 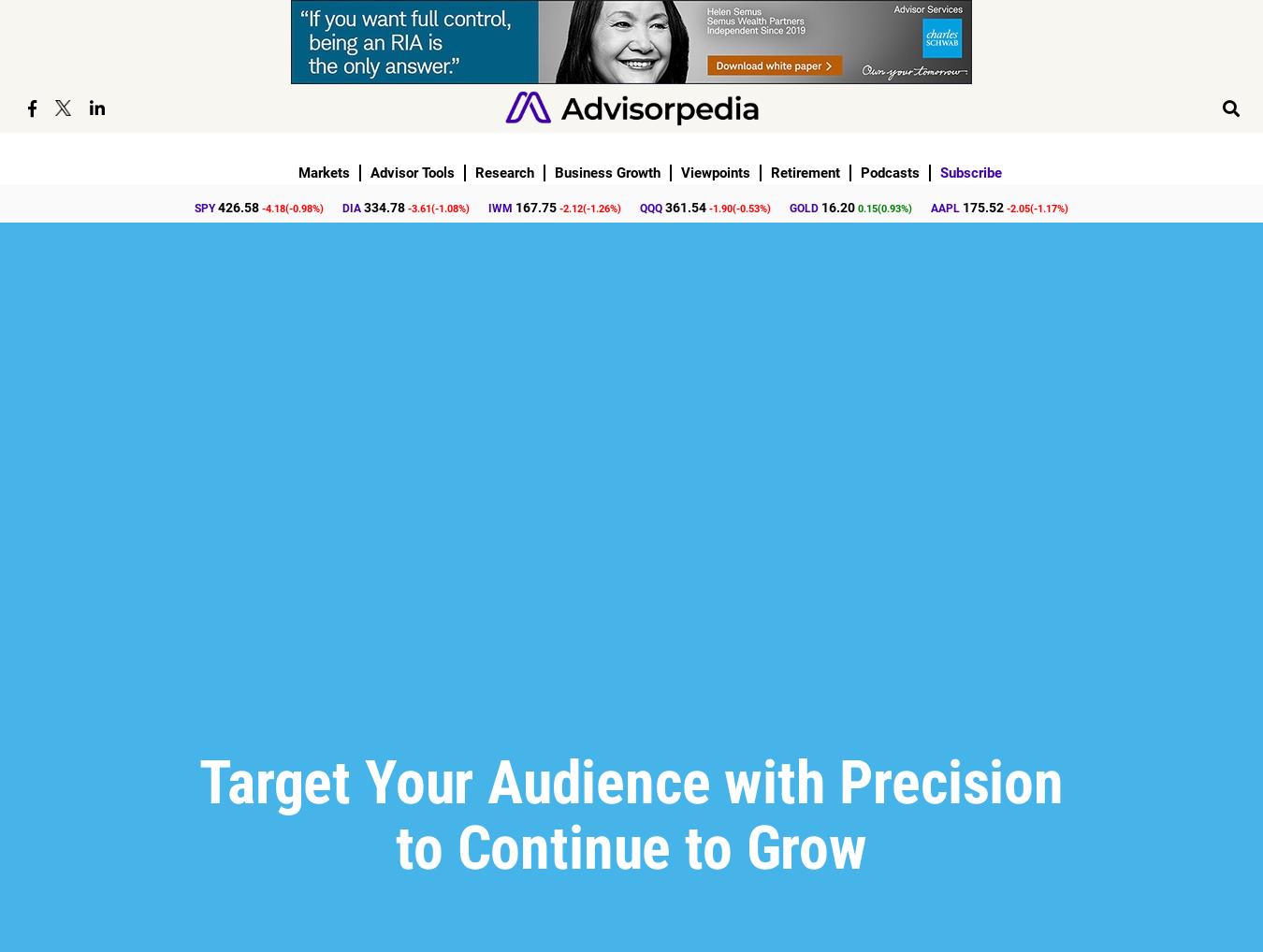 I want to click on '-1.26', so click(x=598, y=208).